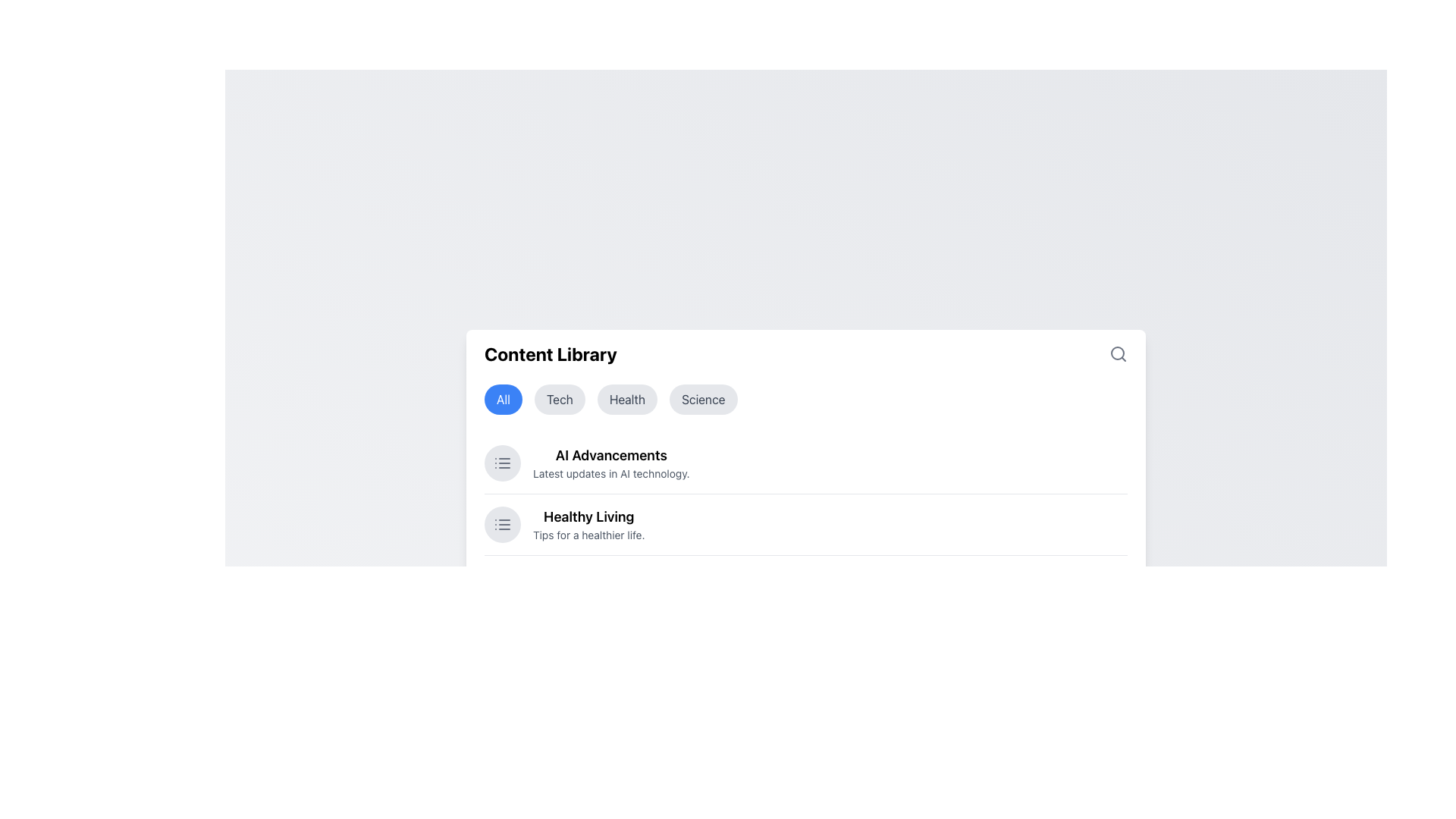 This screenshot has width=1456, height=819. What do you see at coordinates (611, 455) in the screenshot?
I see `the text label reading 'AI Advancements' which is prominently styled in bold and larger font, located in the content list under 'Content Library'` at bounding box center [611, 455].